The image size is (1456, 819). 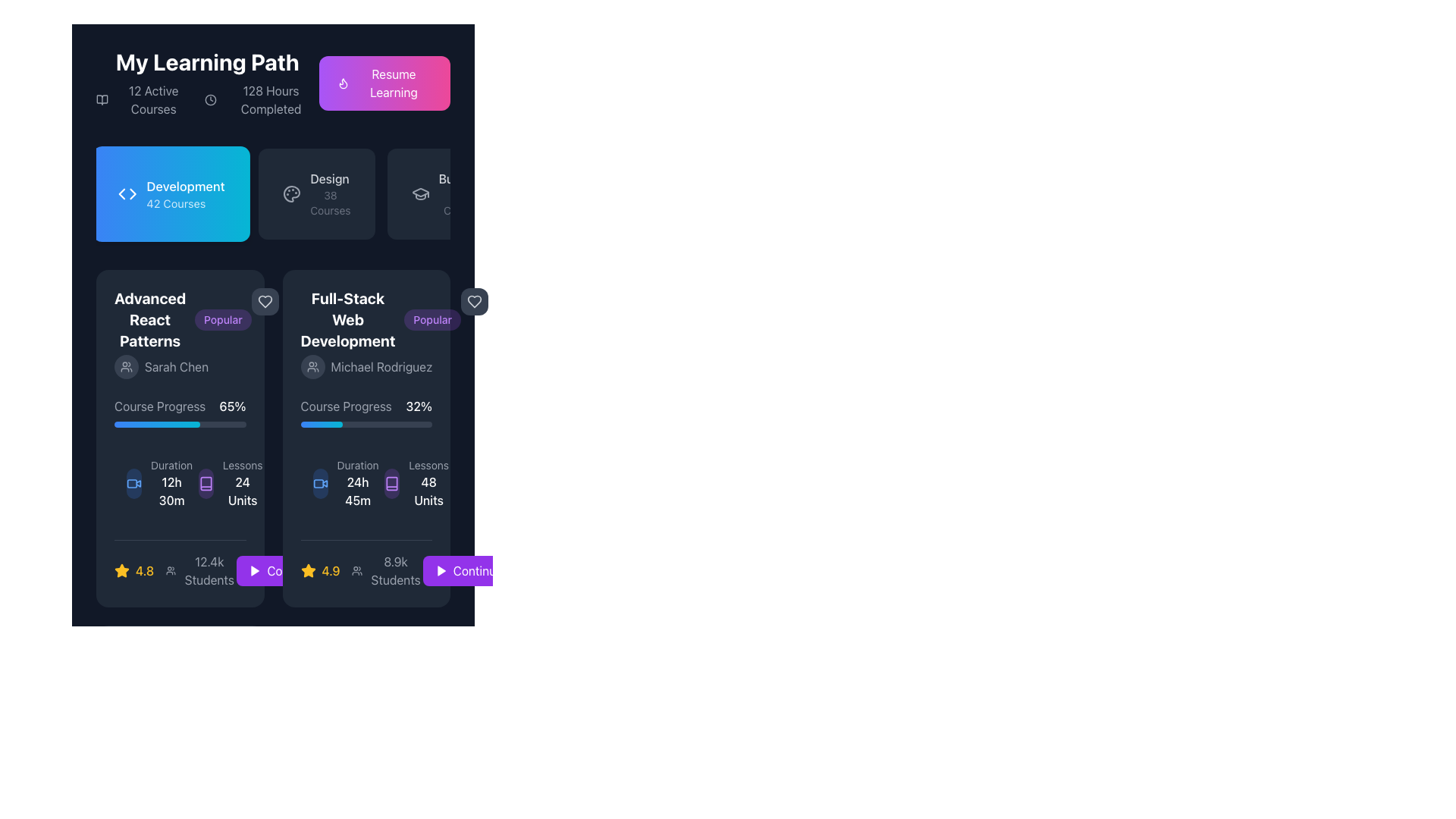 I want to click on information displayed on the static information panel, which shows a yellow star icon with a rating of '4.9' and '8.9k Students' text in gray, located beneath the 'Full-Stack Web Development' card, so click(x=361, y=570).